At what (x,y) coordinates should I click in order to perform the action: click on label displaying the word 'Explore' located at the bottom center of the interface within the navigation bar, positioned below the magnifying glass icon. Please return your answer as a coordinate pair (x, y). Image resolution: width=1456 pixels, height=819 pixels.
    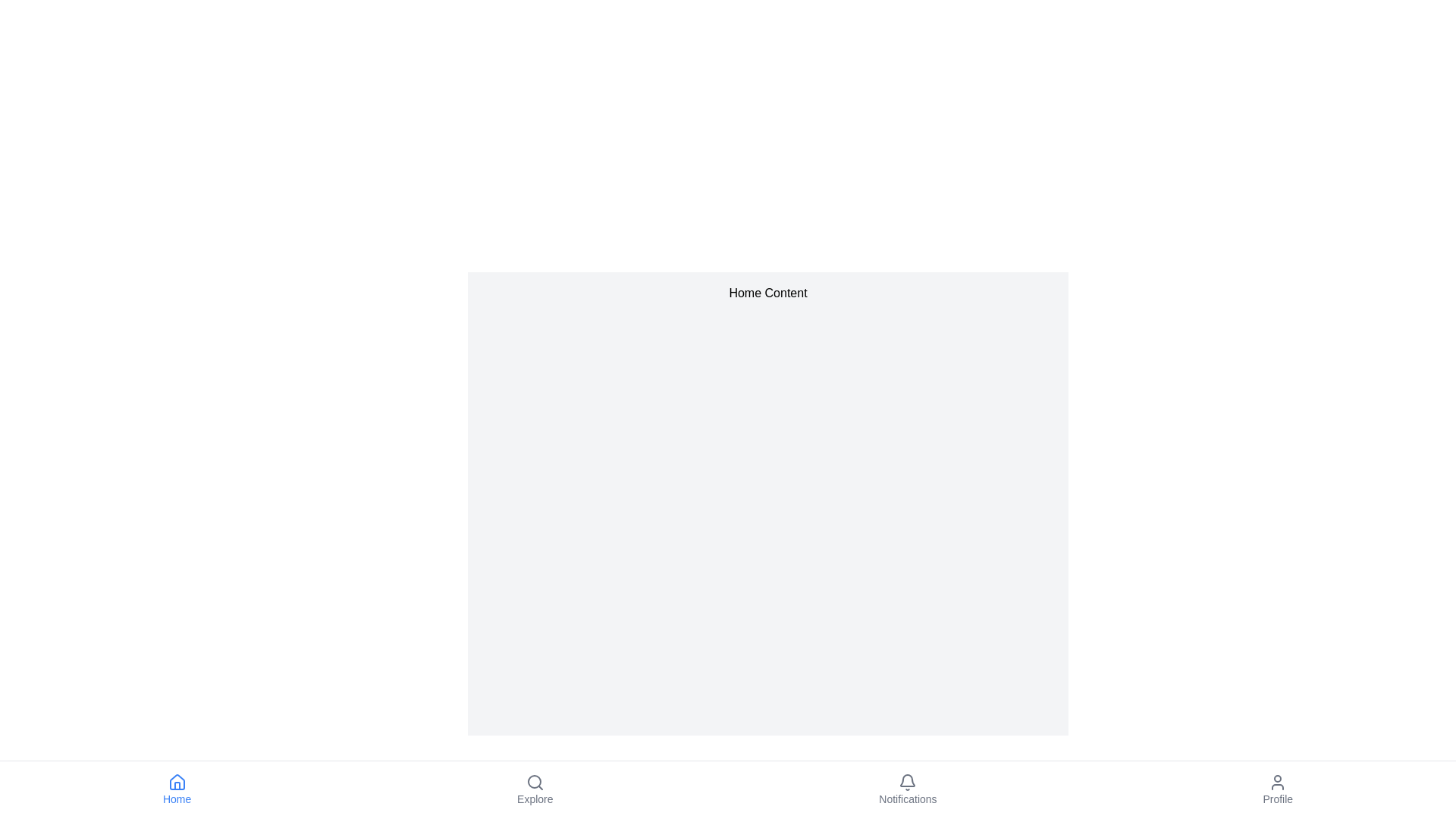
    Looking at the image, I should click on (535, 798).